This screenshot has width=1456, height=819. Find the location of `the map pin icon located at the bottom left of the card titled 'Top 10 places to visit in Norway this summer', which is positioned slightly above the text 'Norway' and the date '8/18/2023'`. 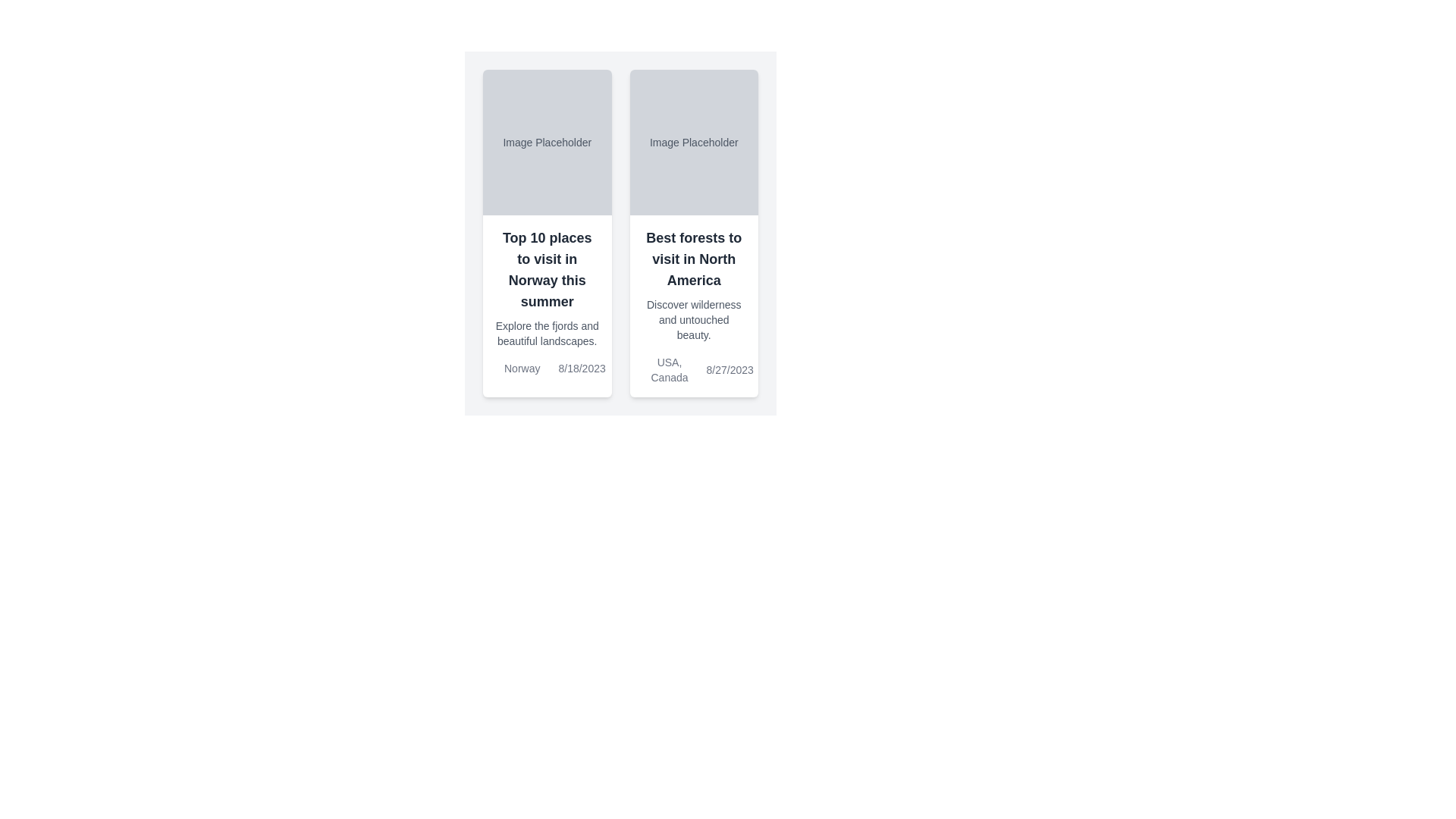

the map pin icon located at the bottom left of the card titled 'Top 10 places to visit in Norway this summer', which is positioned slightly above the text 'Norway' and the date '8/18/2023' is located at coordinates (504, 371).